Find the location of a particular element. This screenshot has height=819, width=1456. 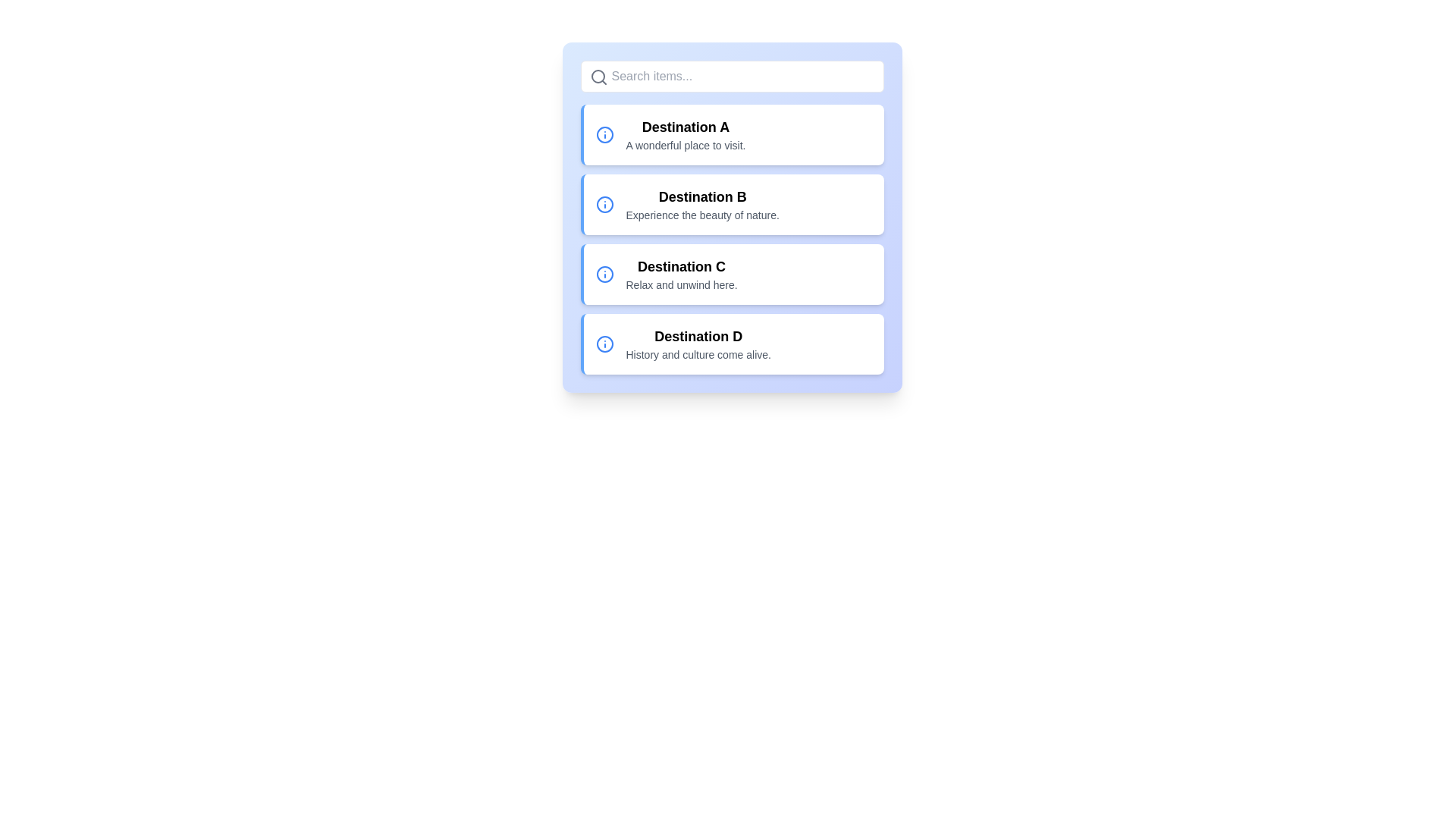

the inner circle of the magnifying glass icon, which represents the search functionality within the search bar at the top of the interface is located at coordinates (597, 76).